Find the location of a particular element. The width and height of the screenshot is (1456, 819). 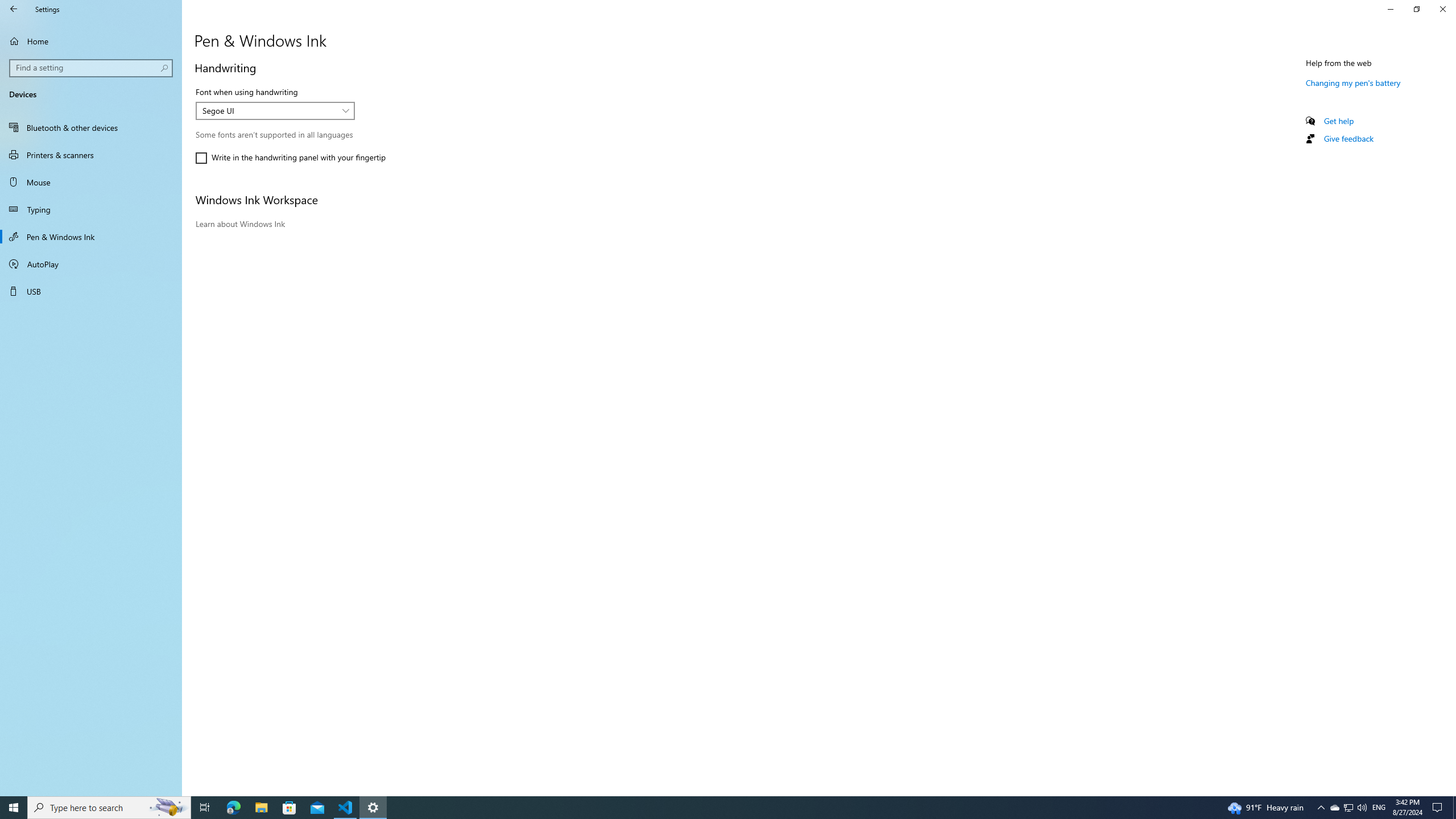

'USB' is located at coordinates (90, 290).